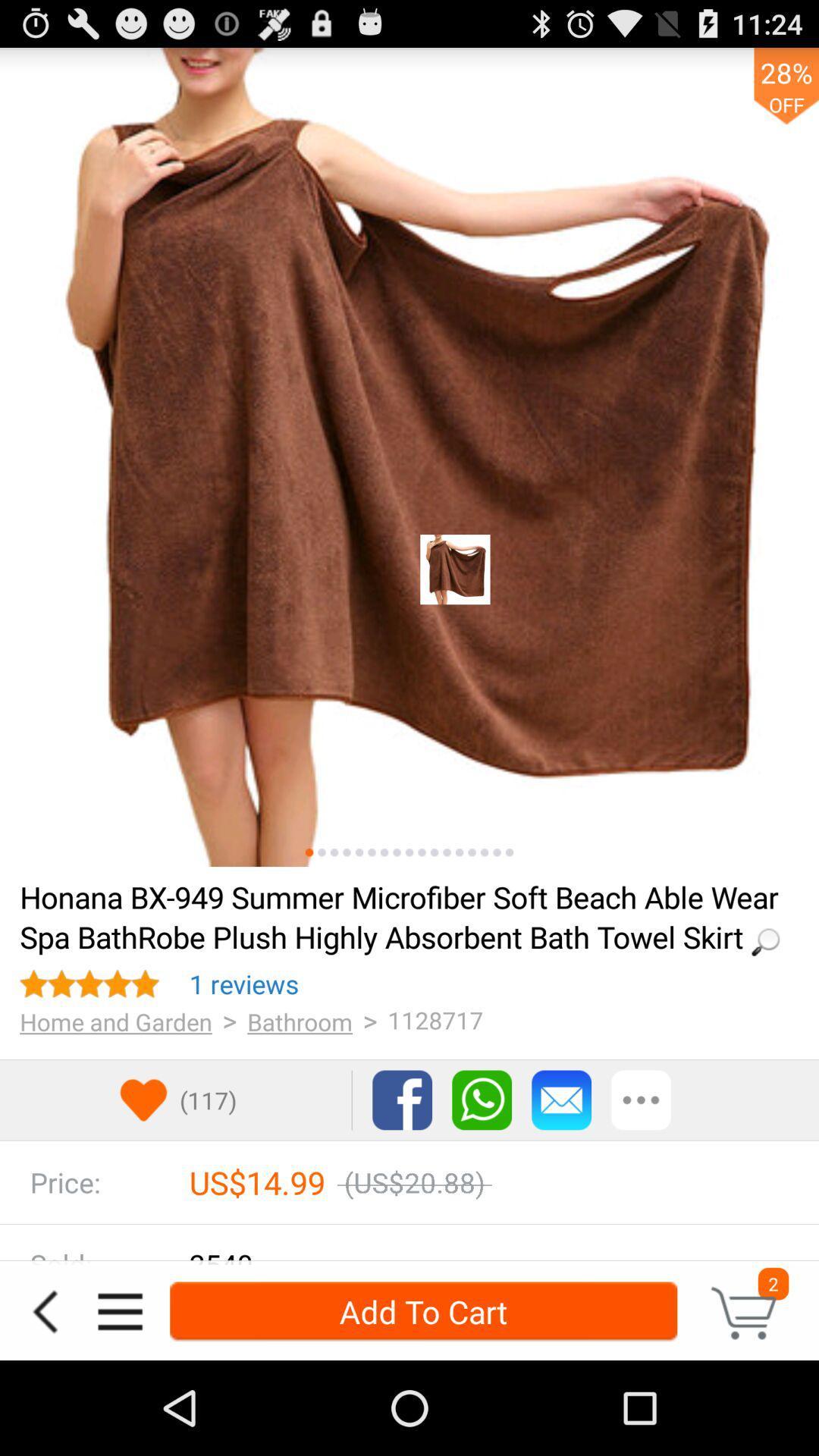  Describe the element at coordinates (243, 984) in the screenshot. I see `1 reviews item` at that location.